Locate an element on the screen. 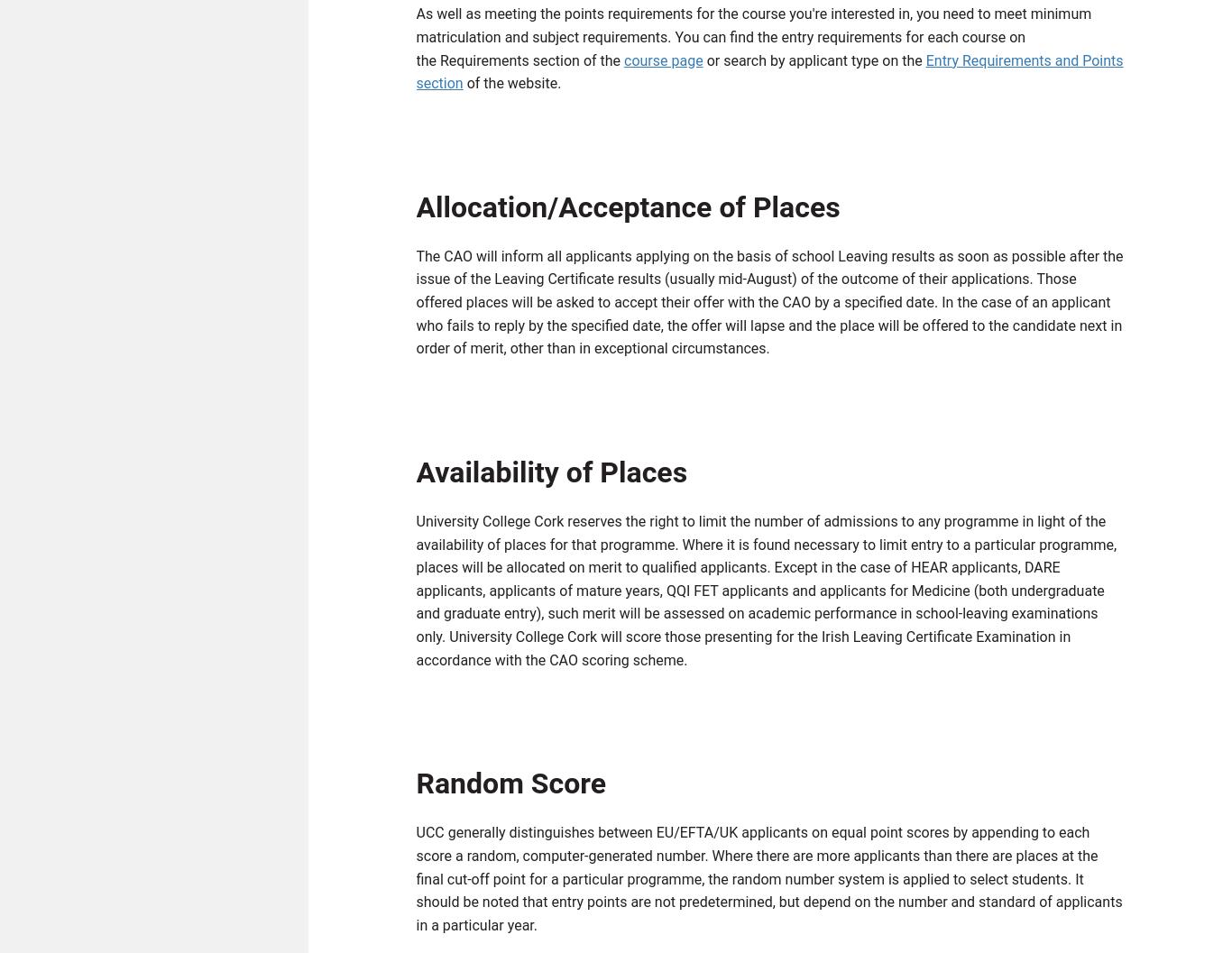 The height and width of the screenshot is (953, 1232). 'of the website.' is located at coordinates (511, 87).